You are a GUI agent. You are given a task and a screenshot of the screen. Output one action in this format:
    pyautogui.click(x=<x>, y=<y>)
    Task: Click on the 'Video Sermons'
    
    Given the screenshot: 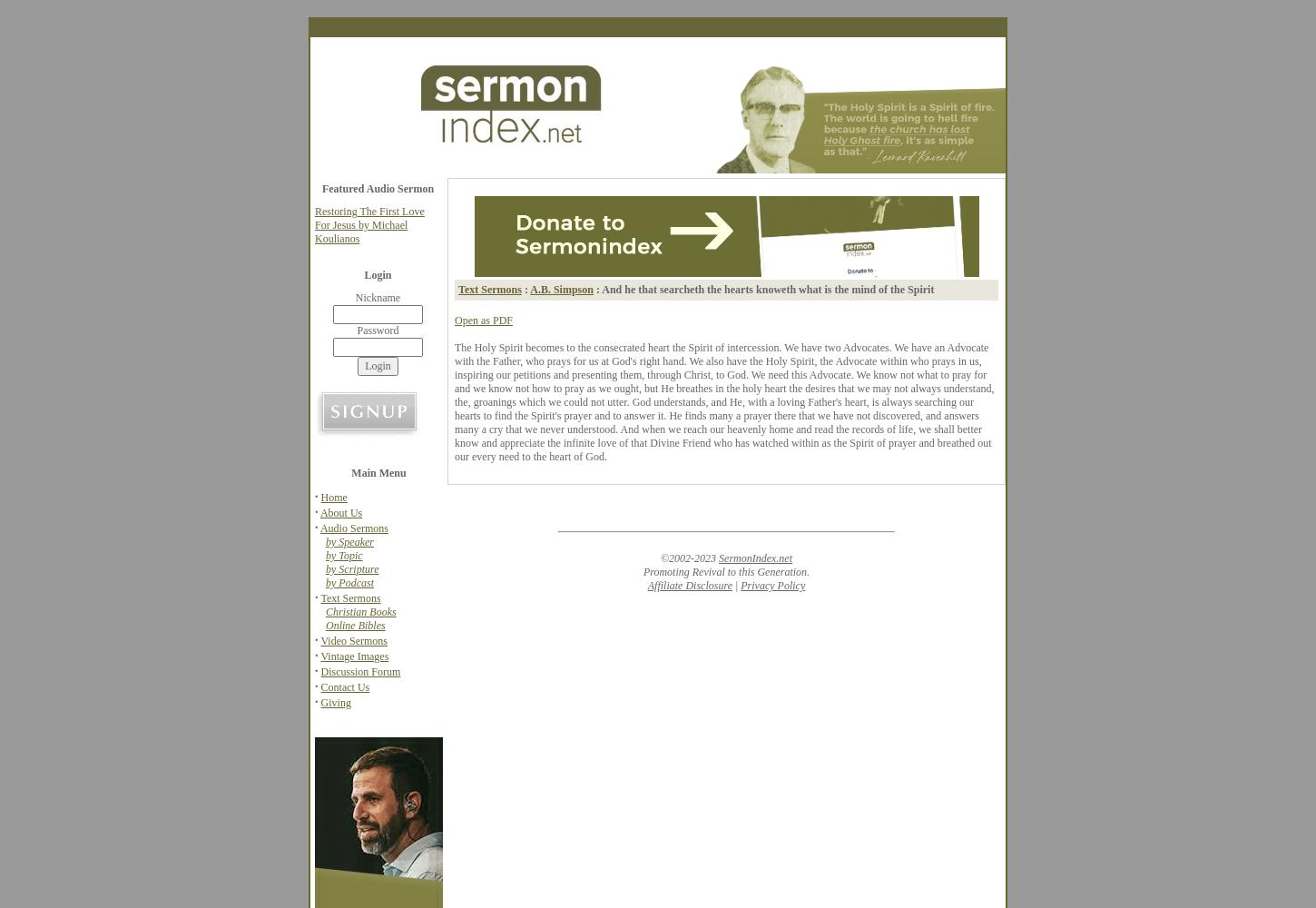 What is the action you would take?
    pyautogui.click(x=319, y=640)
    